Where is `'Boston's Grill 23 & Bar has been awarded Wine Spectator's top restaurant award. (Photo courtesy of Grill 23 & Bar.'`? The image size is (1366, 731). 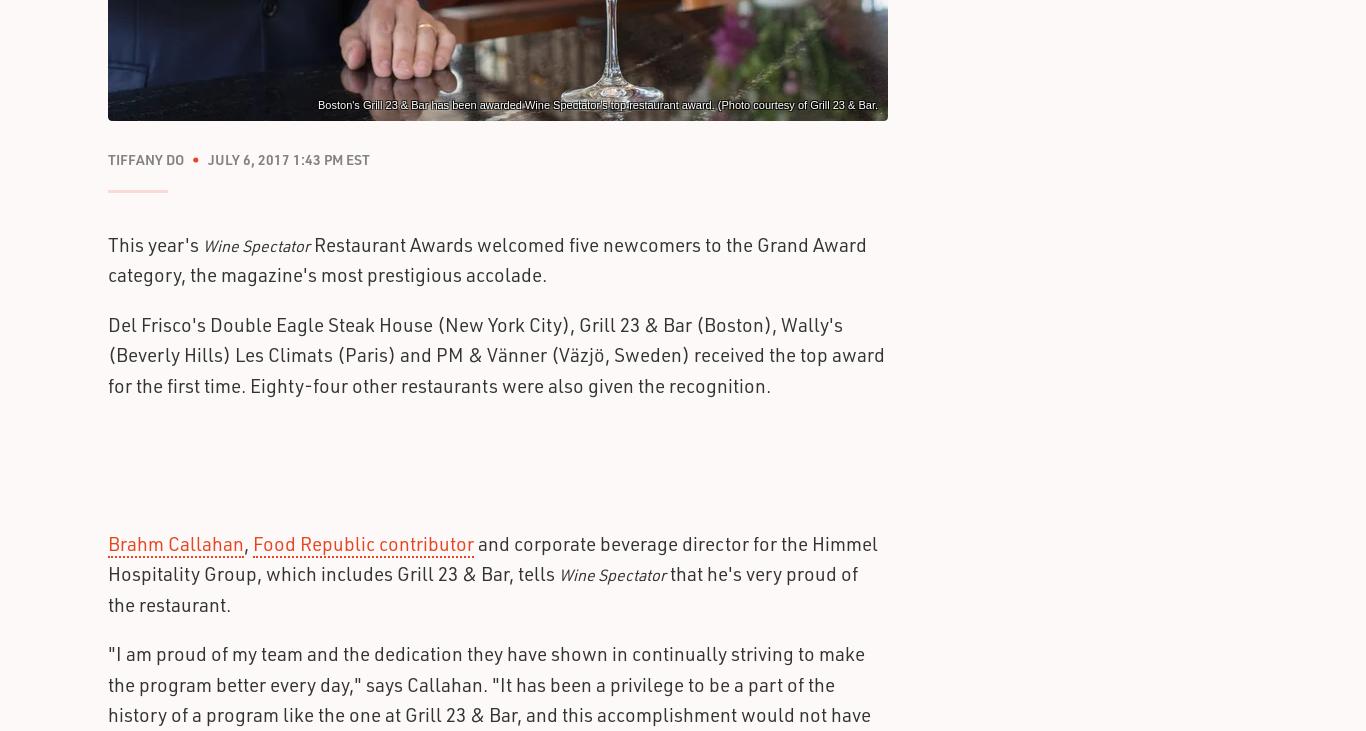 'Boston's Grill 23 & Bar has been awarded Wine Spectator's top restaurant award. (Photo courtesy of Grill 23 & Bar.' is located at coordinates (318, 103).